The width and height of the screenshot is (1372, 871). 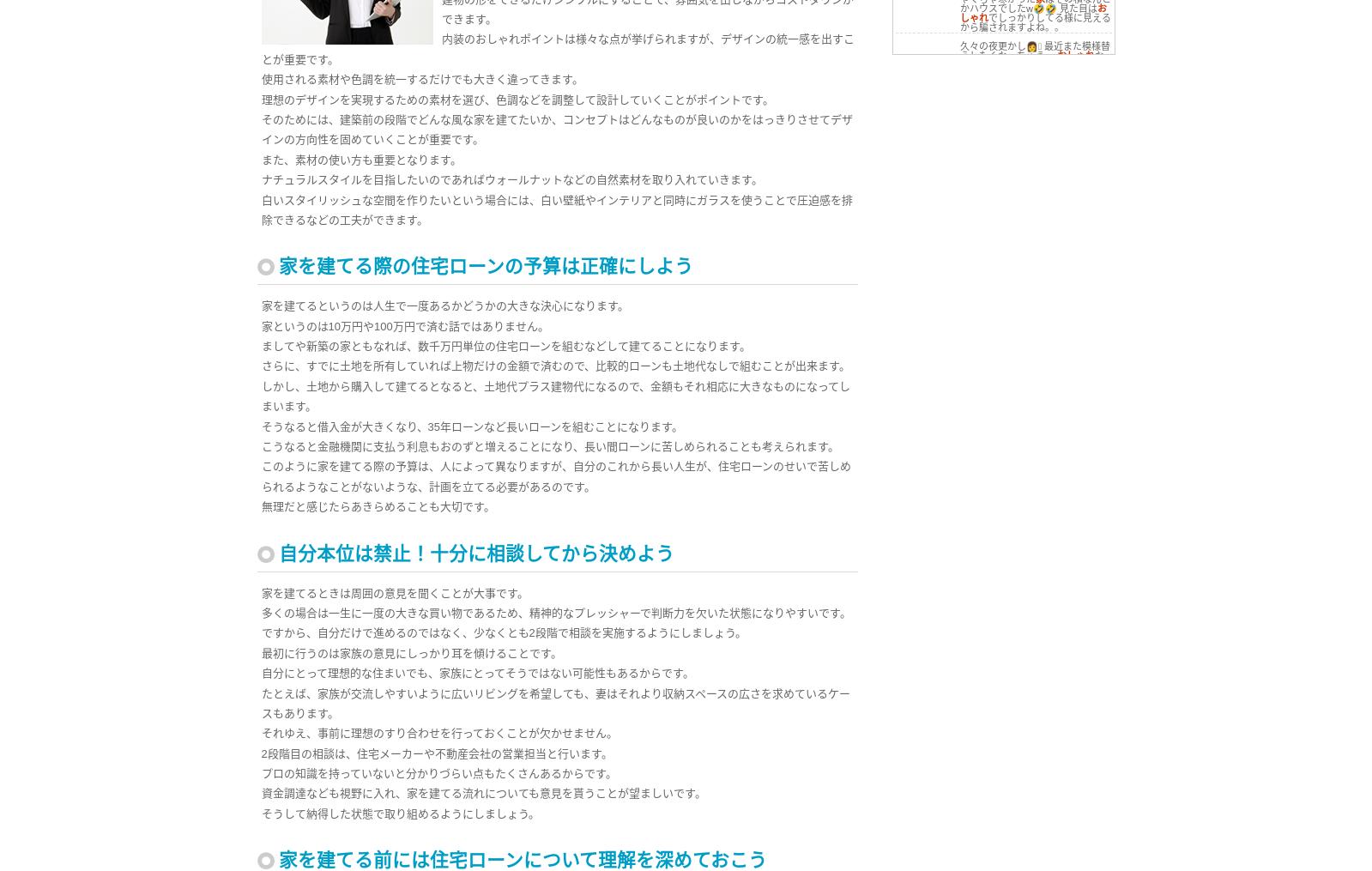 What do you see at coordinates (903, 206) in the screenshot?
I see `'> 家を建てる時に近所への挨拶をどうすれば良いか'` at bounding box center [903, 206].